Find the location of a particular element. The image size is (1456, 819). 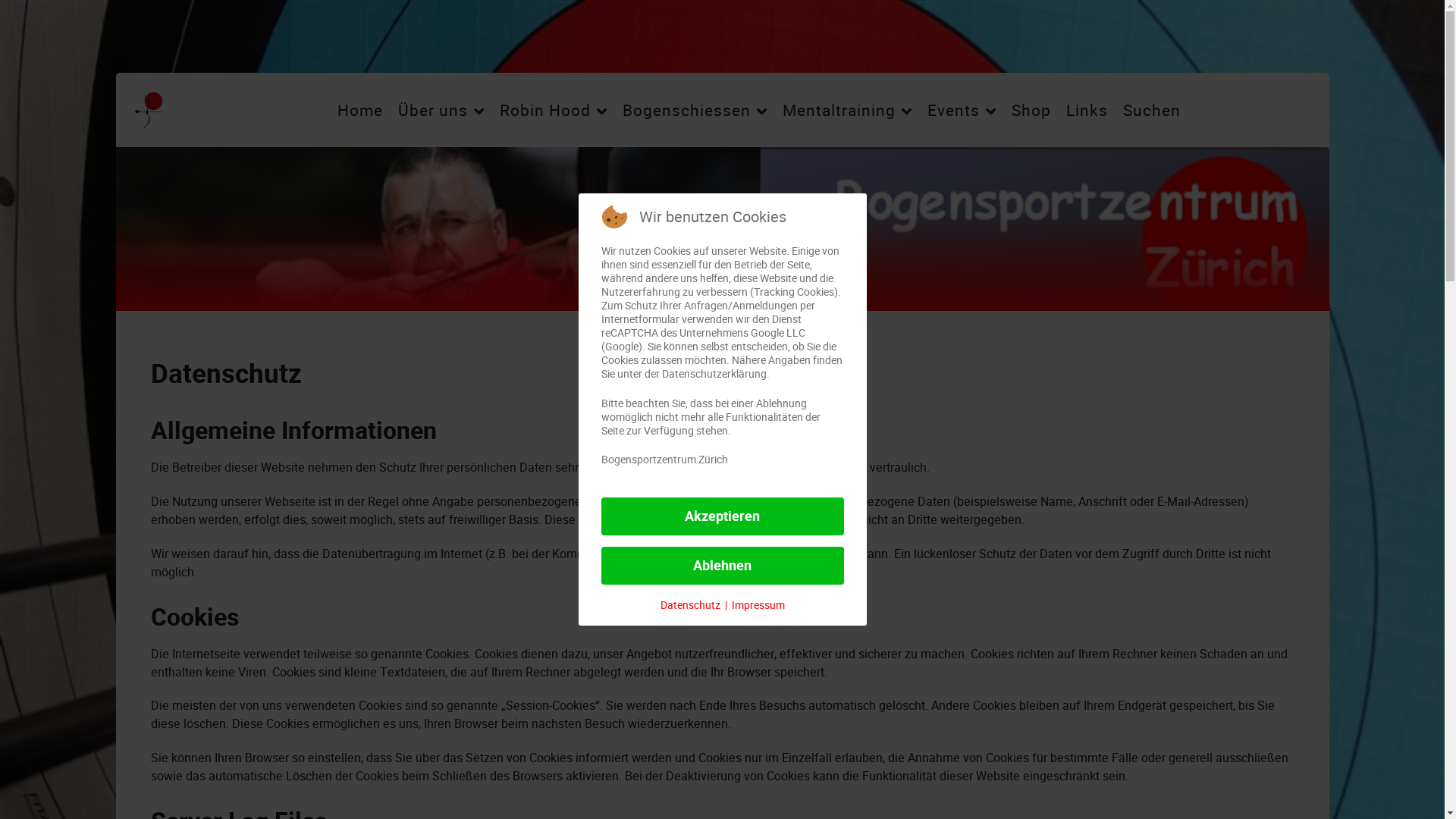

'Robin Hood' is located at coordinates (552, 109).